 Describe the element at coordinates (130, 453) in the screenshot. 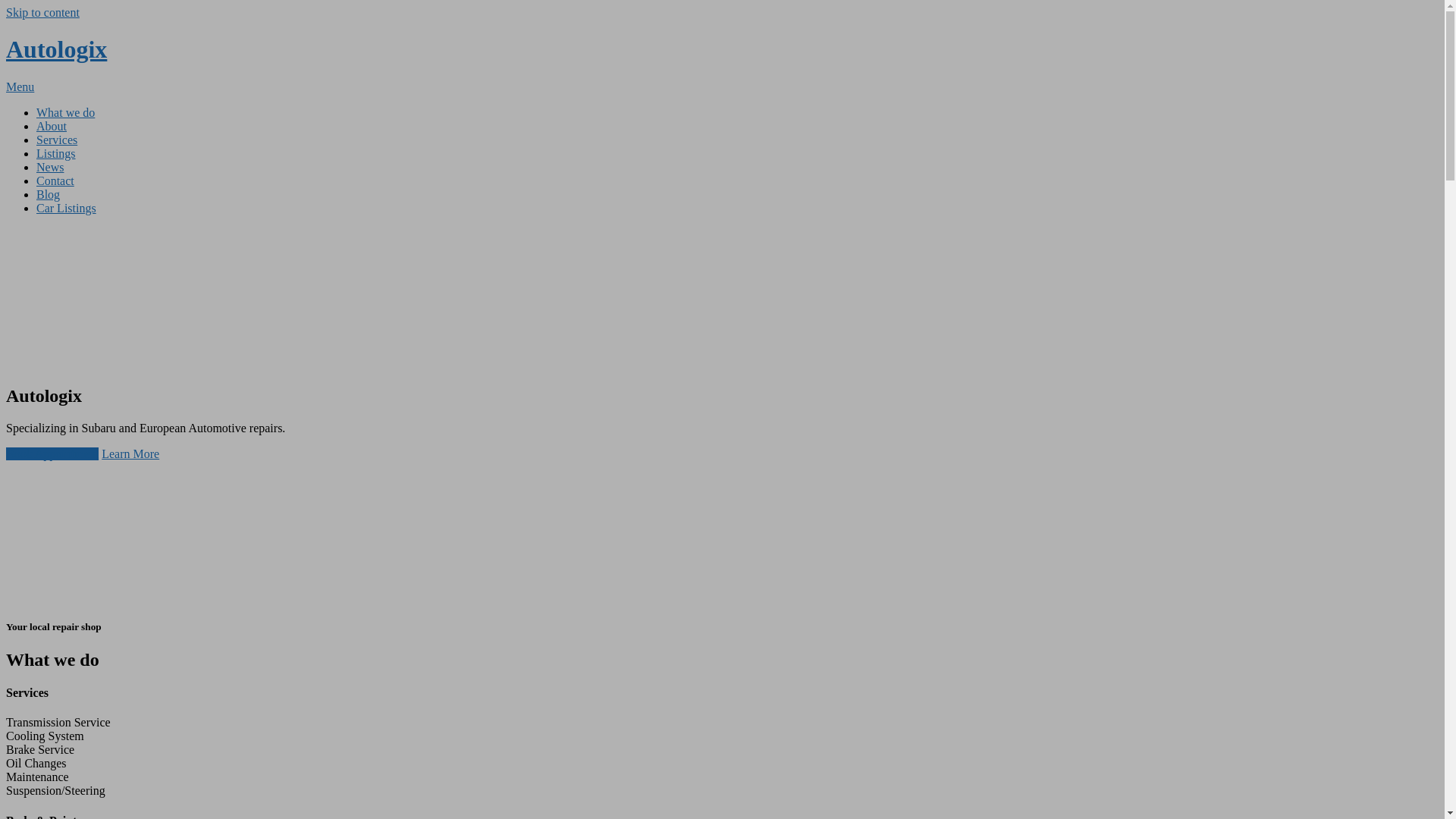

I see `'Learn More'` at that location.